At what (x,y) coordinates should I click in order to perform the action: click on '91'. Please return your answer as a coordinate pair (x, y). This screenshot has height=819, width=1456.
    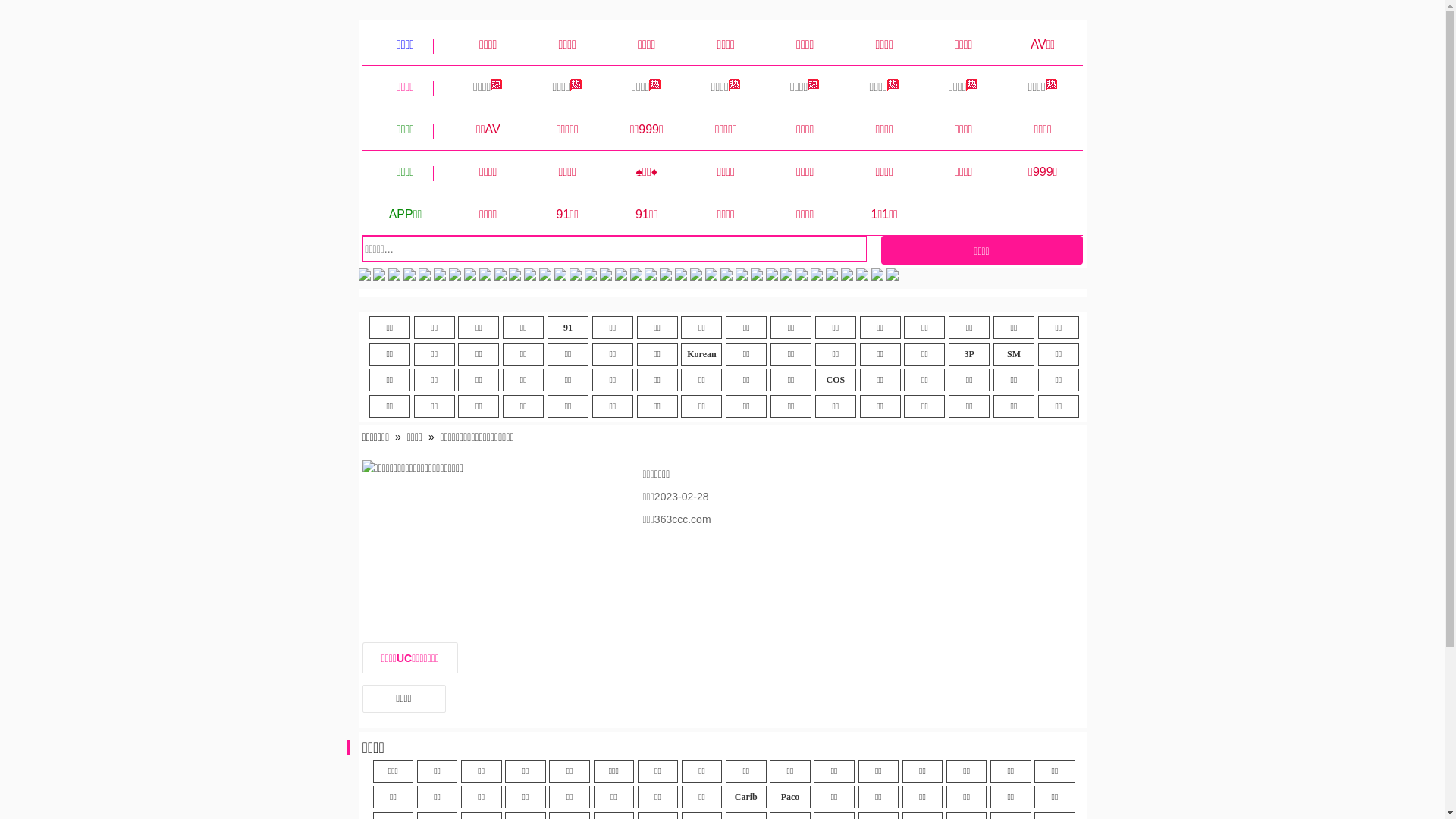
    Looking at the image, I should click on (546, 327).